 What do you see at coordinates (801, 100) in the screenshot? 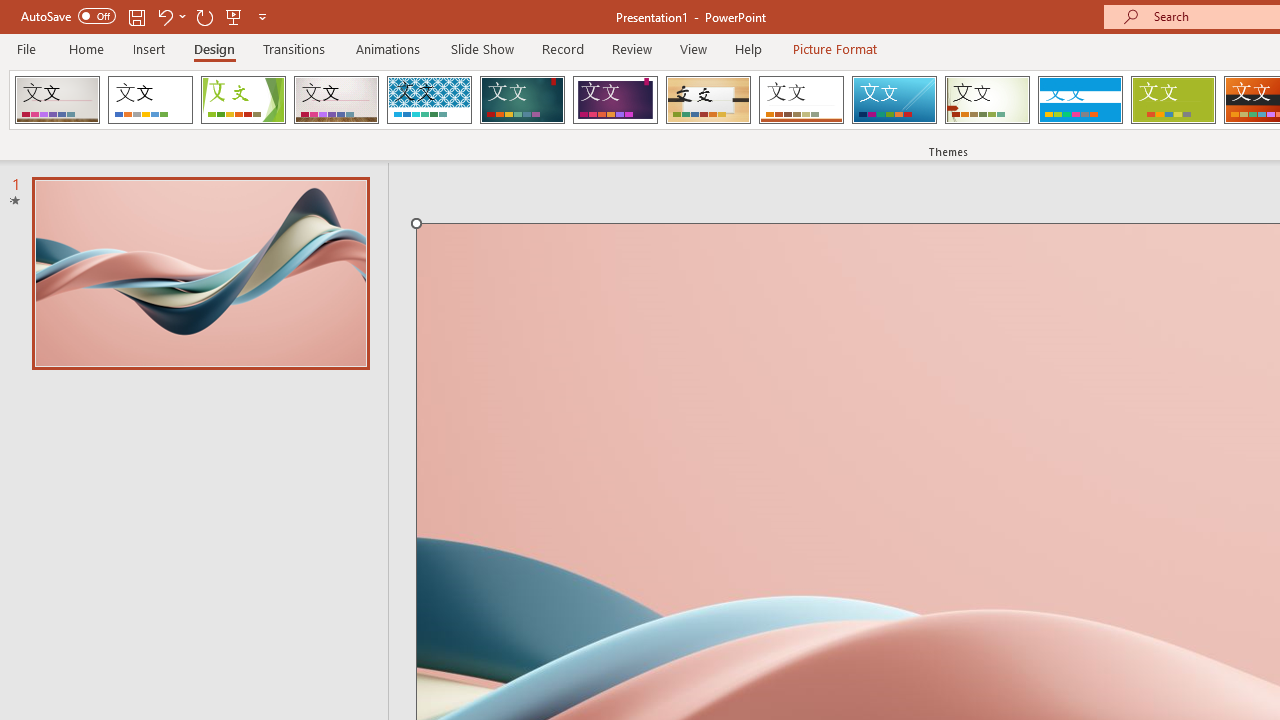
I see `'Retrospect'` at bounding box center [801, 100].